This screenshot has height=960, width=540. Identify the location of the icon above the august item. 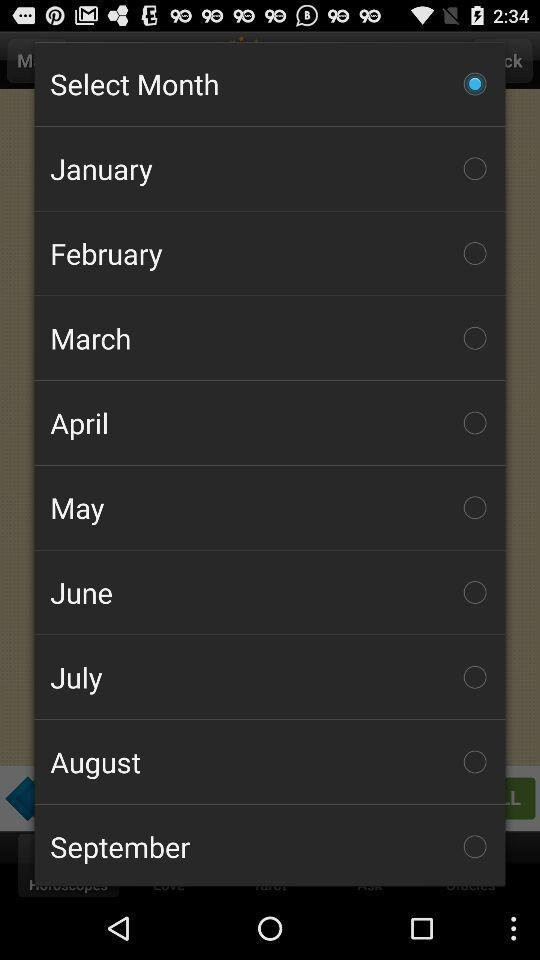
(270, 677).